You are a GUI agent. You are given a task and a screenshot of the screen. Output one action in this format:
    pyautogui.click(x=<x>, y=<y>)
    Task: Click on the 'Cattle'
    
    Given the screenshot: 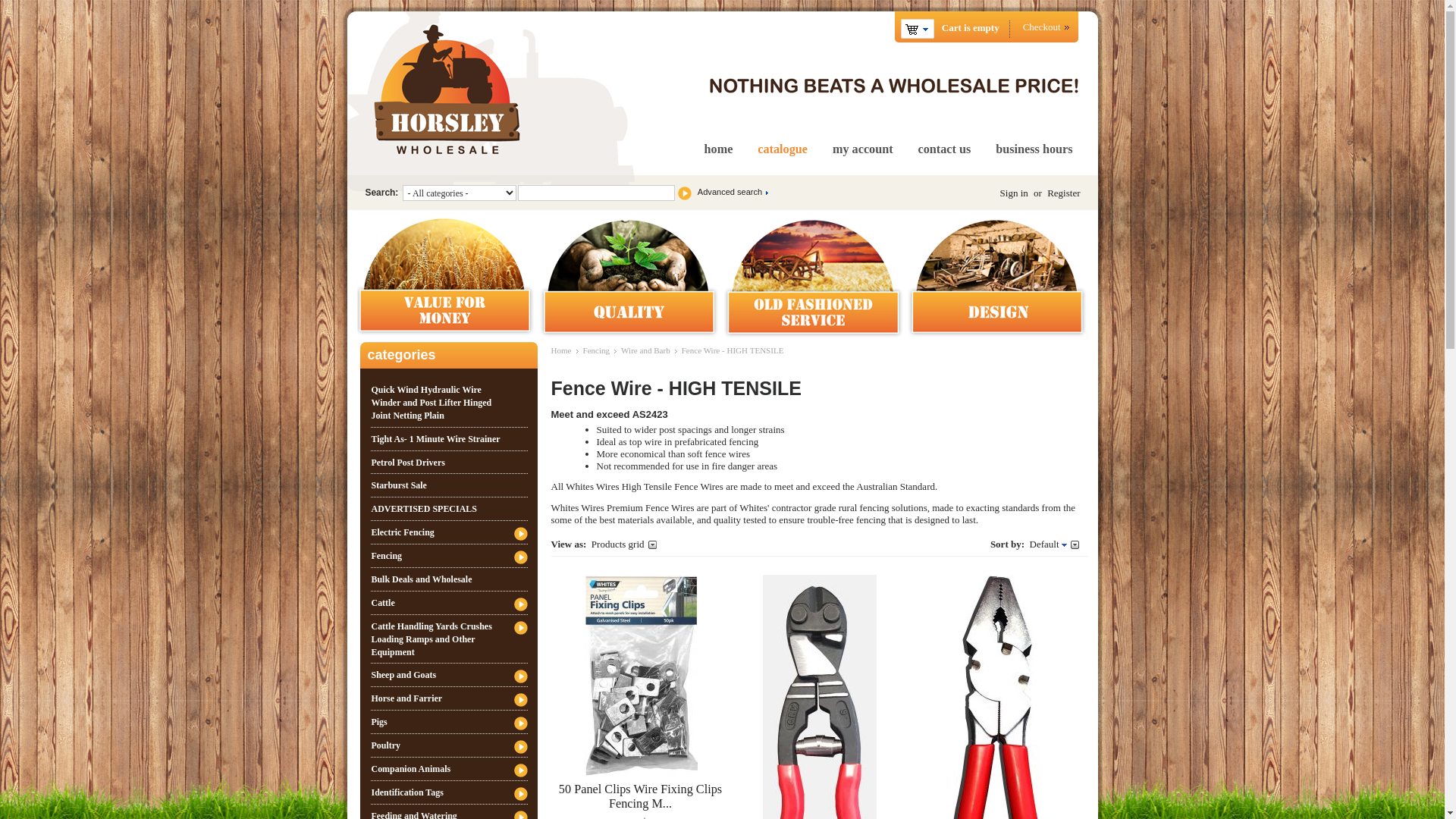 What is the action you would take?
    pyautogui.click(x=447, y=601)
    